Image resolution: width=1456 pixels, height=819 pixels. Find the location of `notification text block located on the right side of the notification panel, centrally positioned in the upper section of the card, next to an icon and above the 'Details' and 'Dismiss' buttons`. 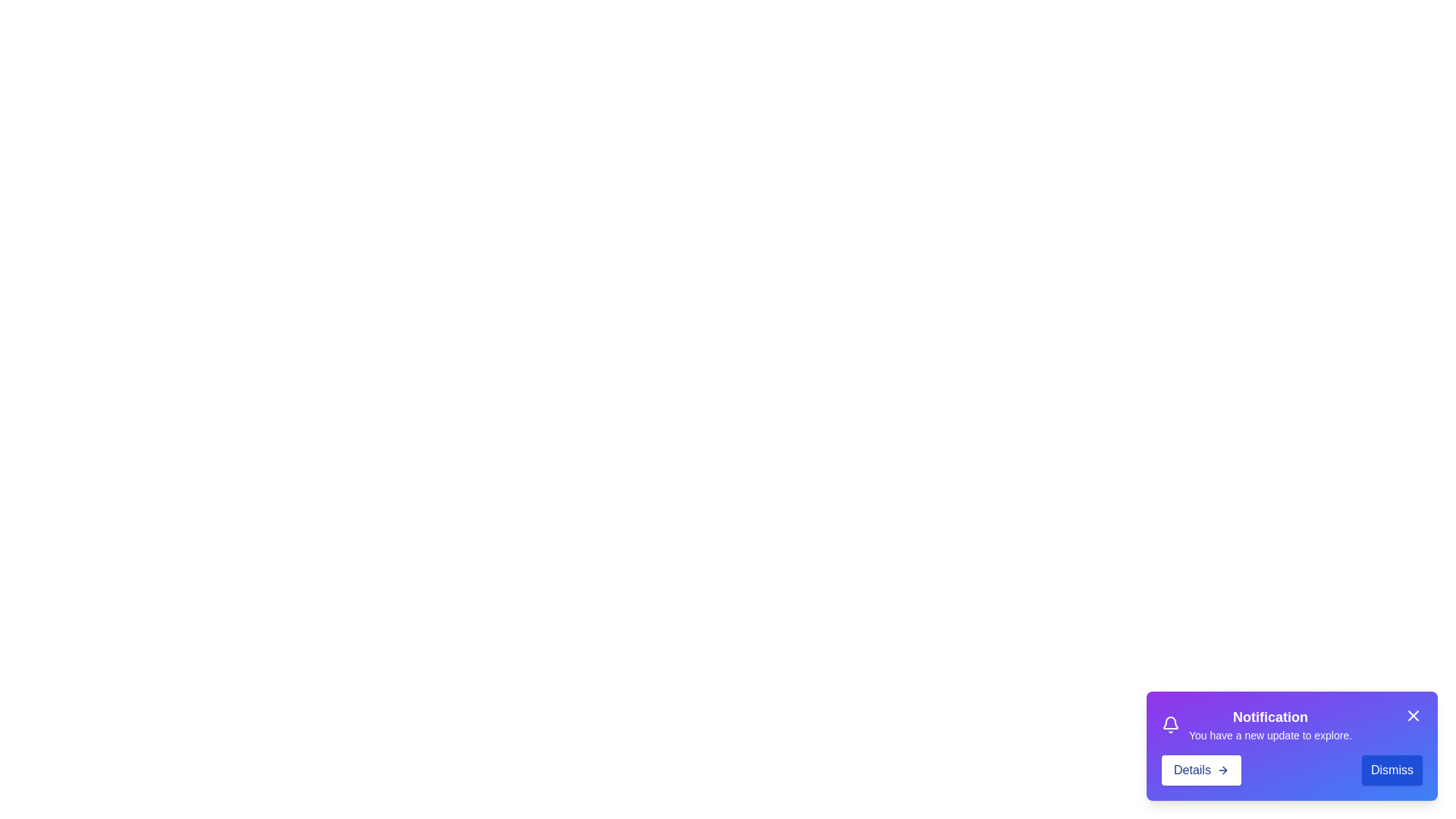

notification text block located on the right side of the notification panel, centrally positioned in the upper section of the card, next to an icon and above the 'Details' and 'Dismiss' buttons is located at coordinates (1270, 724).